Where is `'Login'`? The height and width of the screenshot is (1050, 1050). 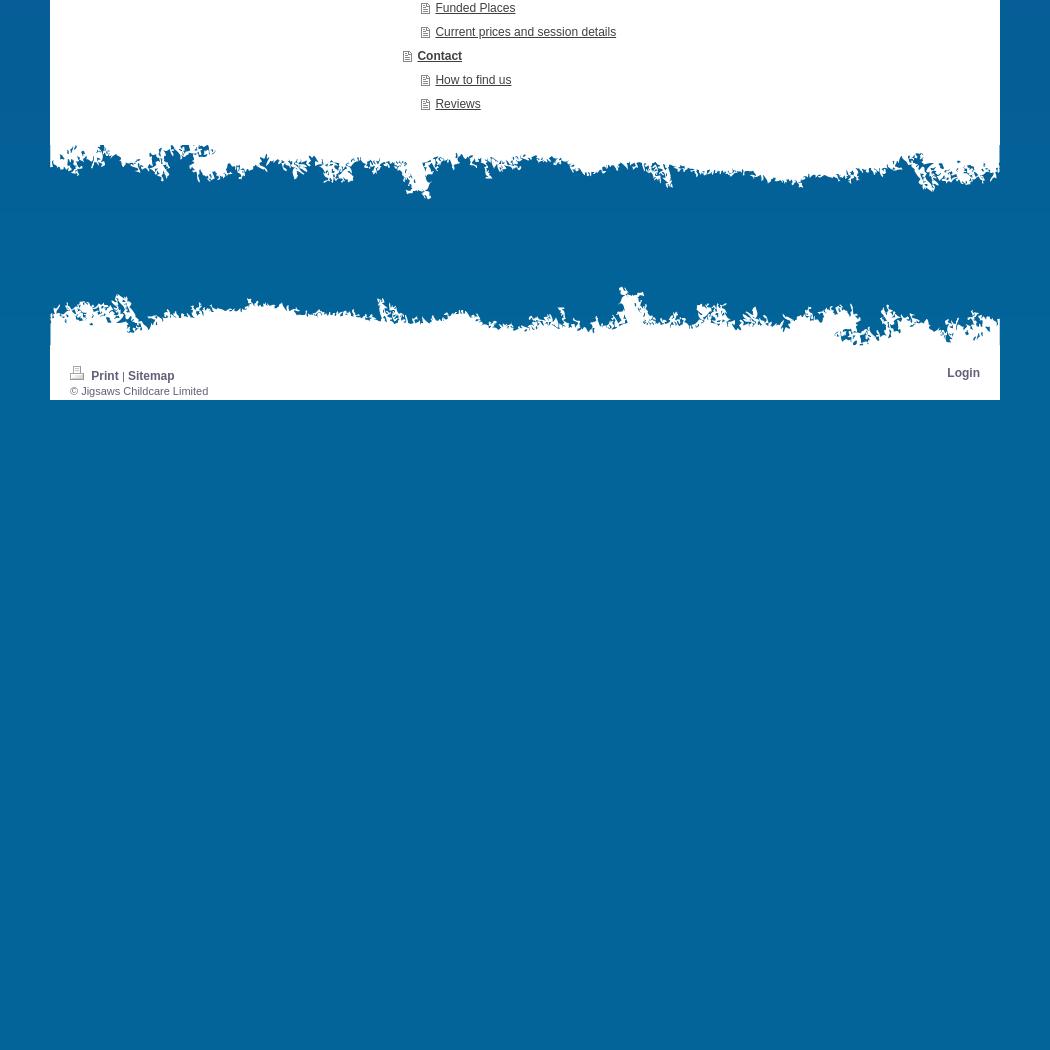 'Login' is located at coordinates (962, 371).